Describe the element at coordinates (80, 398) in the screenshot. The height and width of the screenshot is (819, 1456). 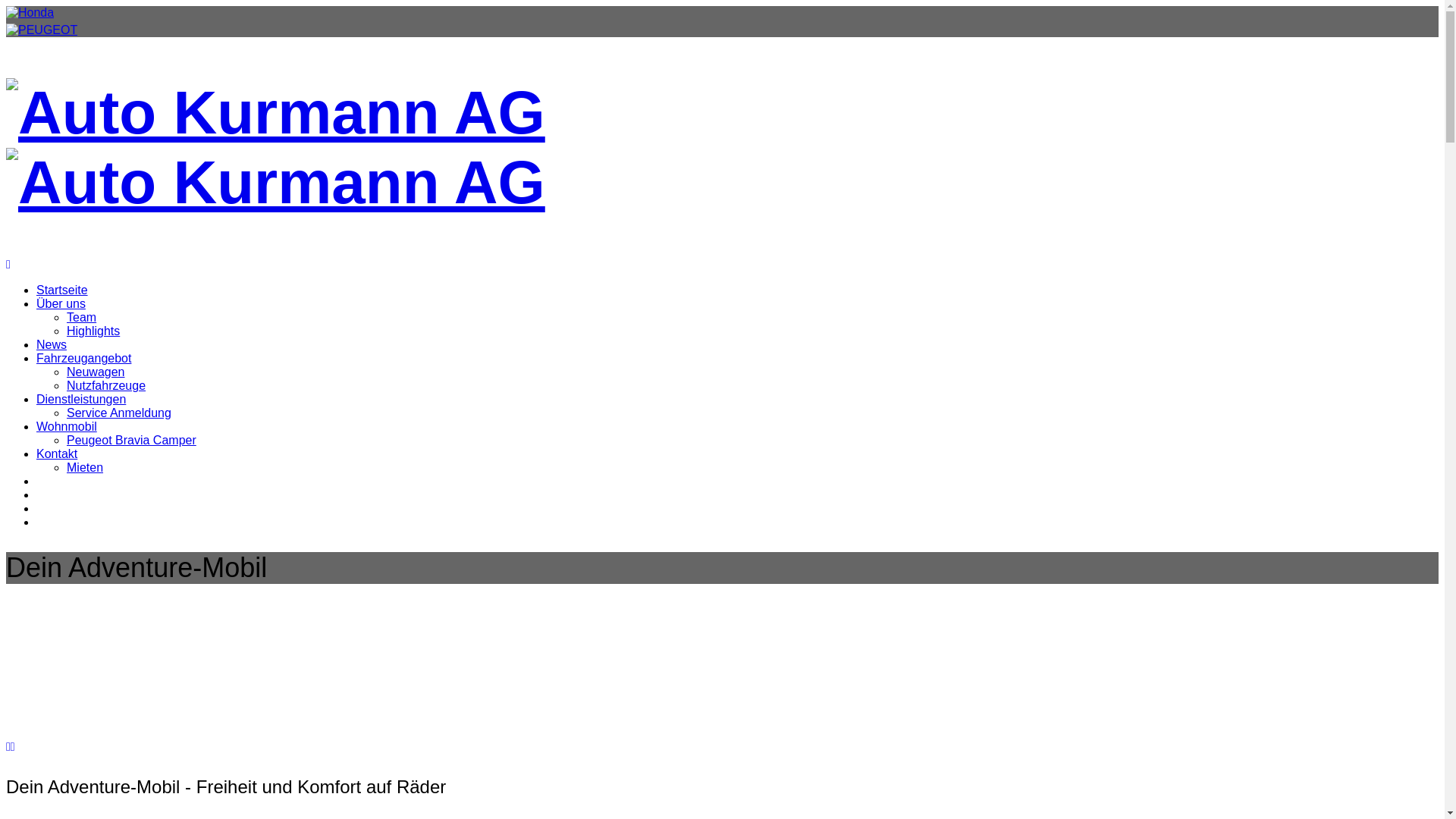
I see `'Dienstleistungen'` at that location.